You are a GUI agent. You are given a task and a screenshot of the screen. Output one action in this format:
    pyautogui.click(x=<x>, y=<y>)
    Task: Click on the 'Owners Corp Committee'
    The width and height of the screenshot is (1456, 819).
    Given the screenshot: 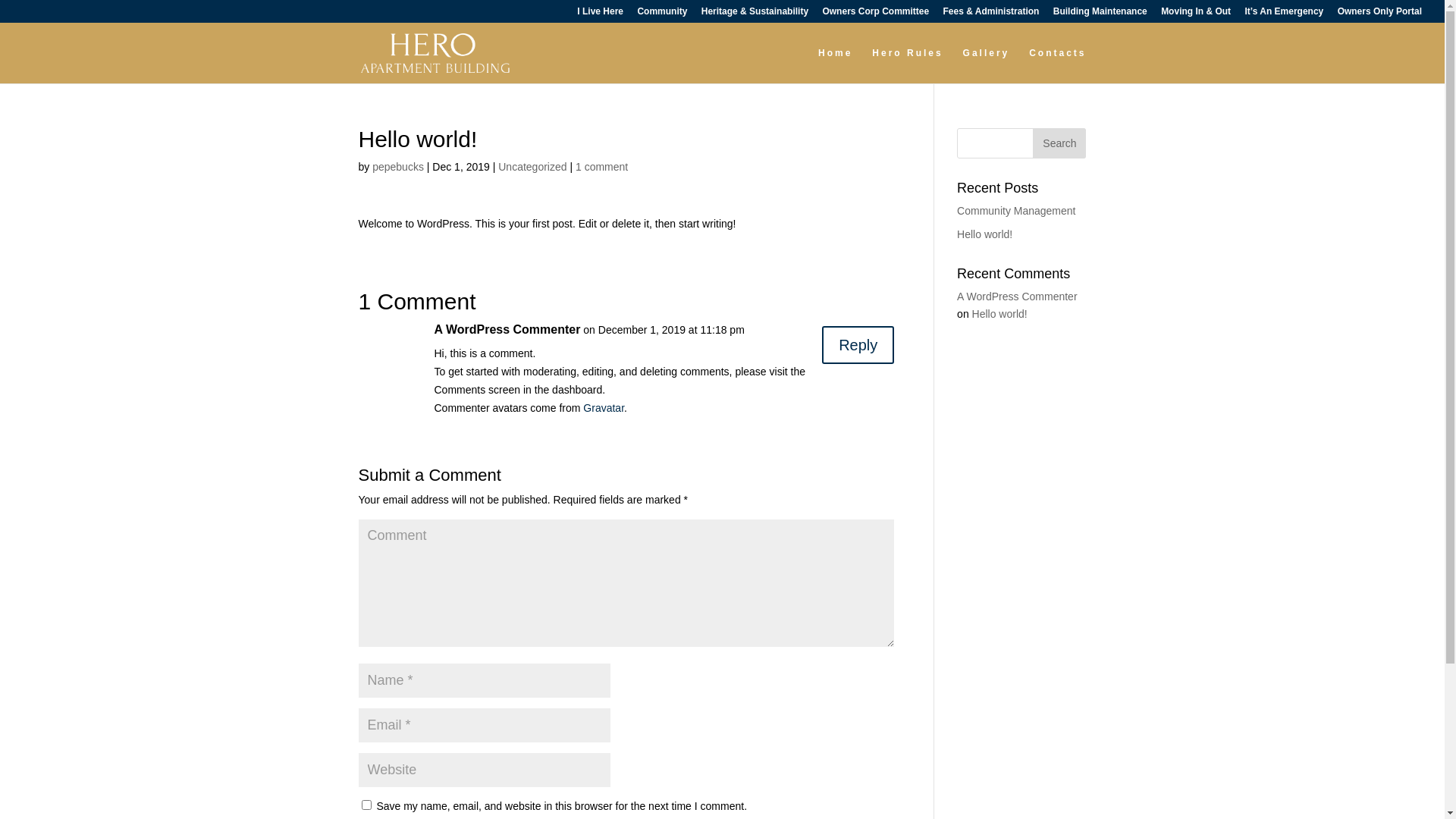 What is the action you would take?
    pyautogui.click(x=875, y=14)
    